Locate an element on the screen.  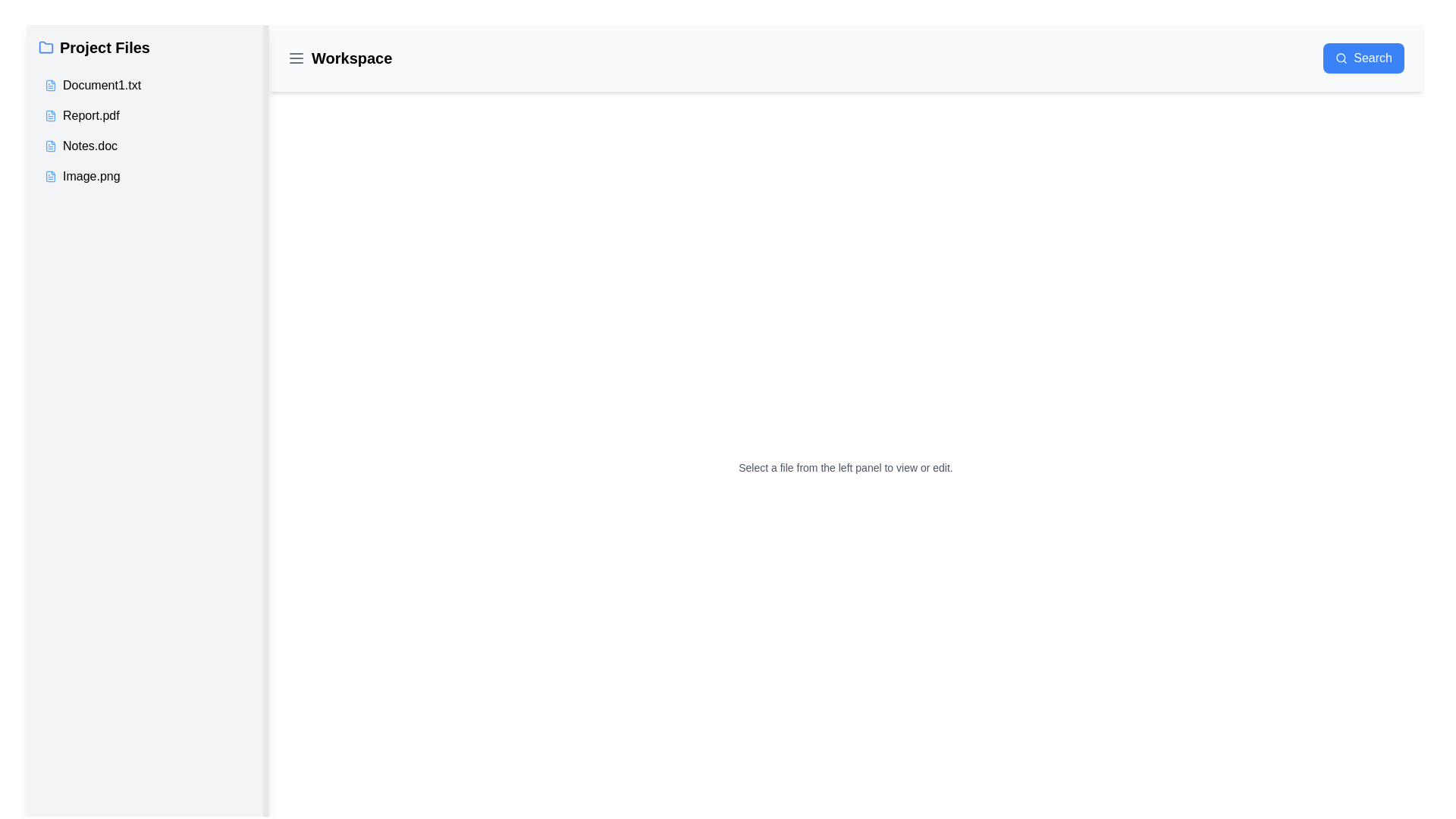
the graphical icon representing 'Notes.doc' is located at coordinates (51, 146).